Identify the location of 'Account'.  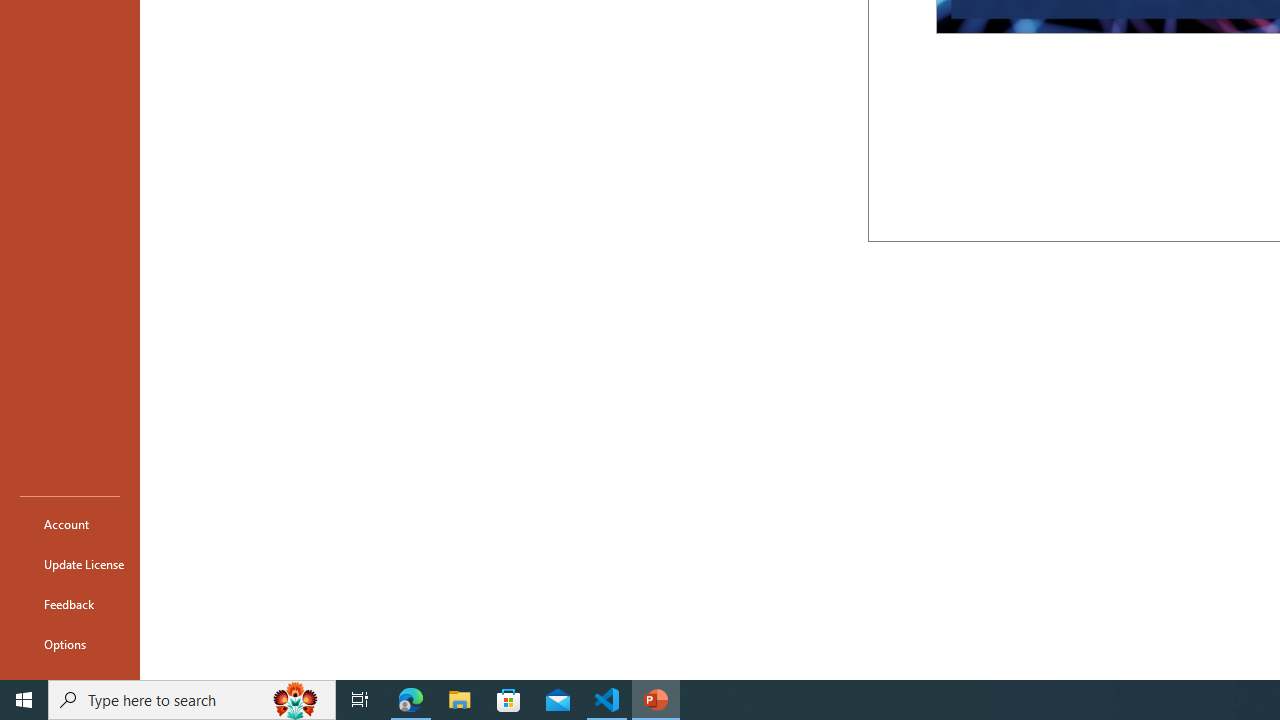
(69, 523).